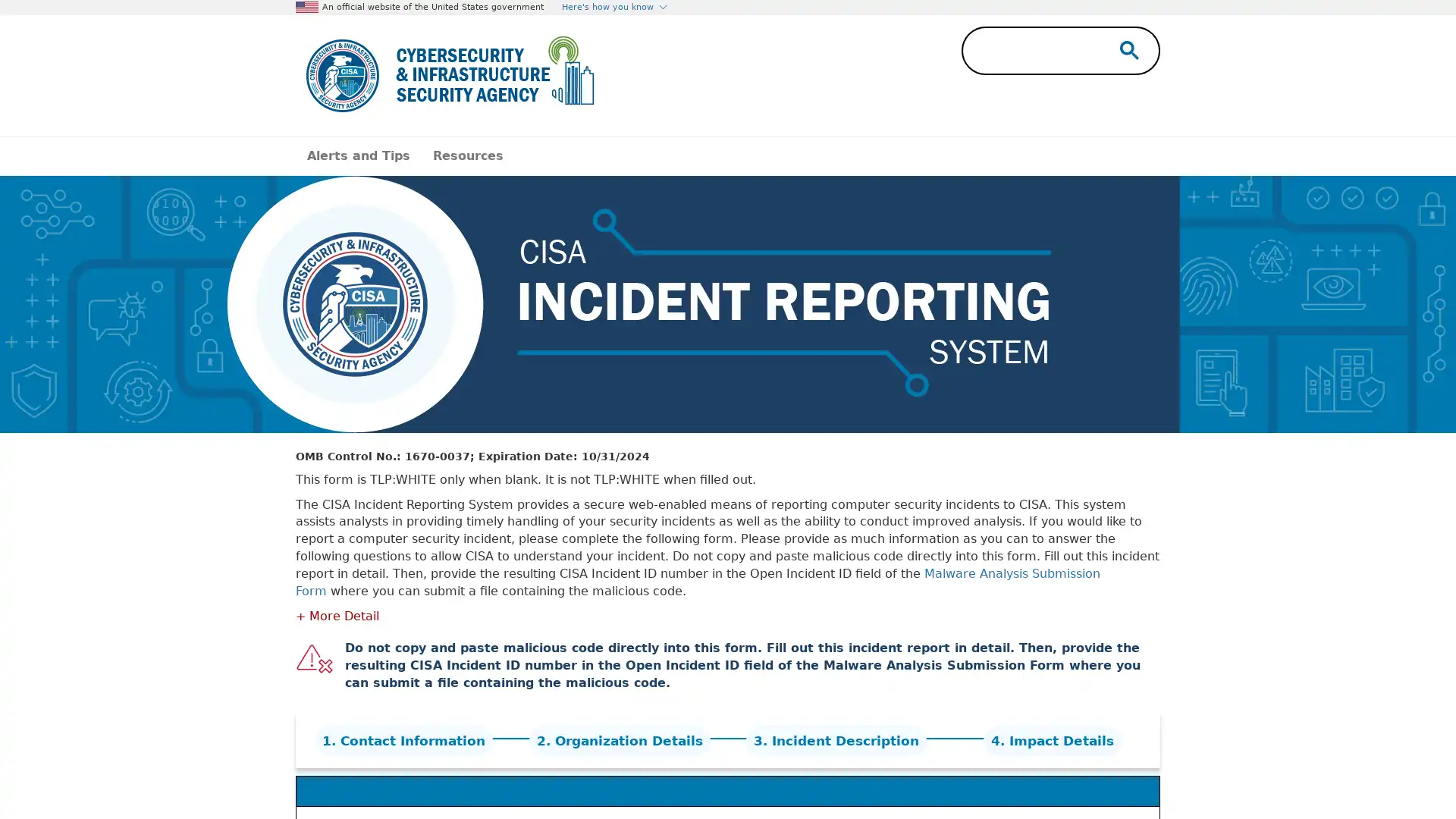 The width and height of the screenshot is (1456, 819). What do you see at coordinates (1125, 49) in the screenshot?
I see `search` at bounding box center [1125, 49].